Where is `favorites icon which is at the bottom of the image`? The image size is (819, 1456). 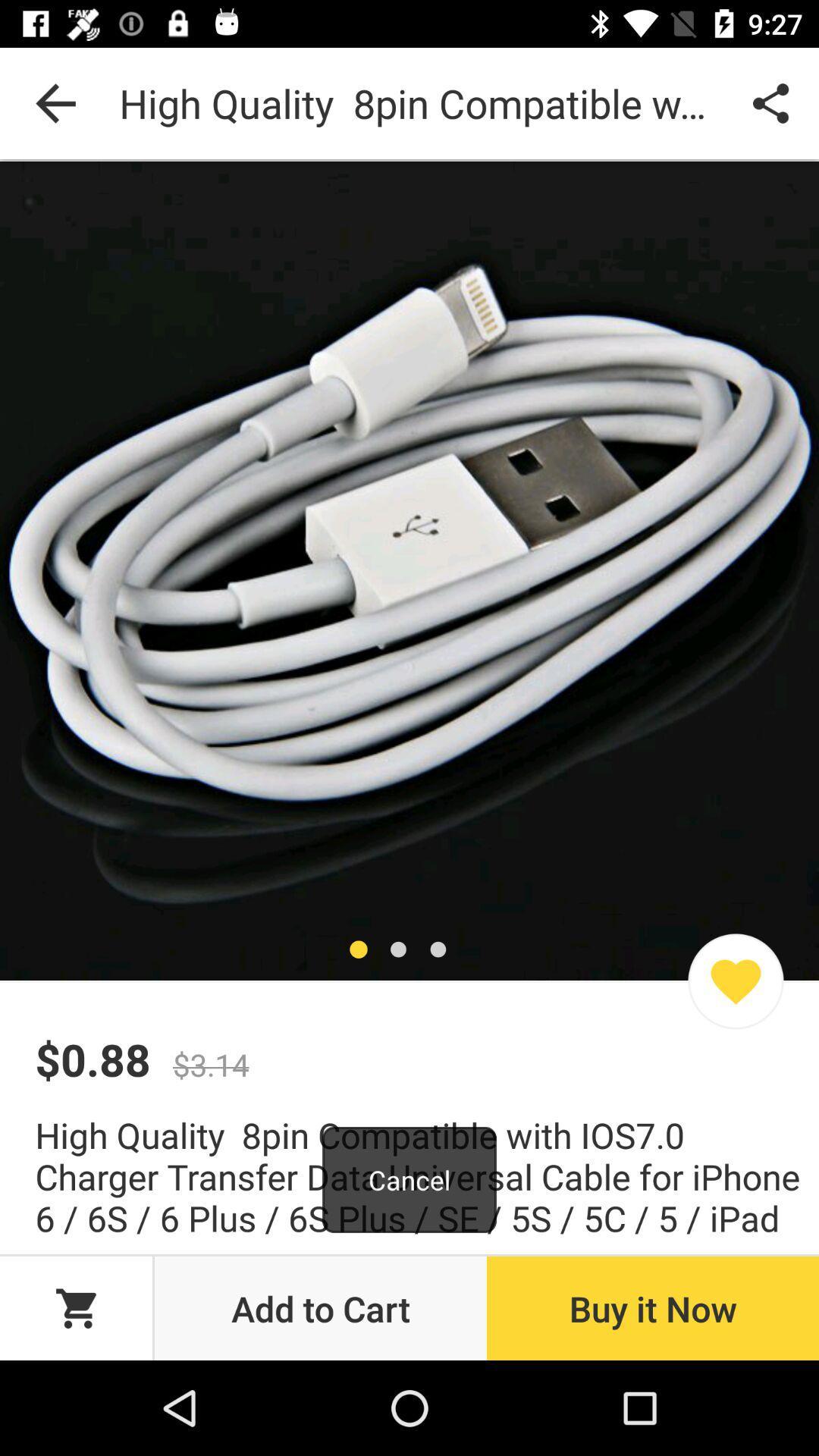
favorites icon which is at the bottom of the image is located at coordinates (736, 982).